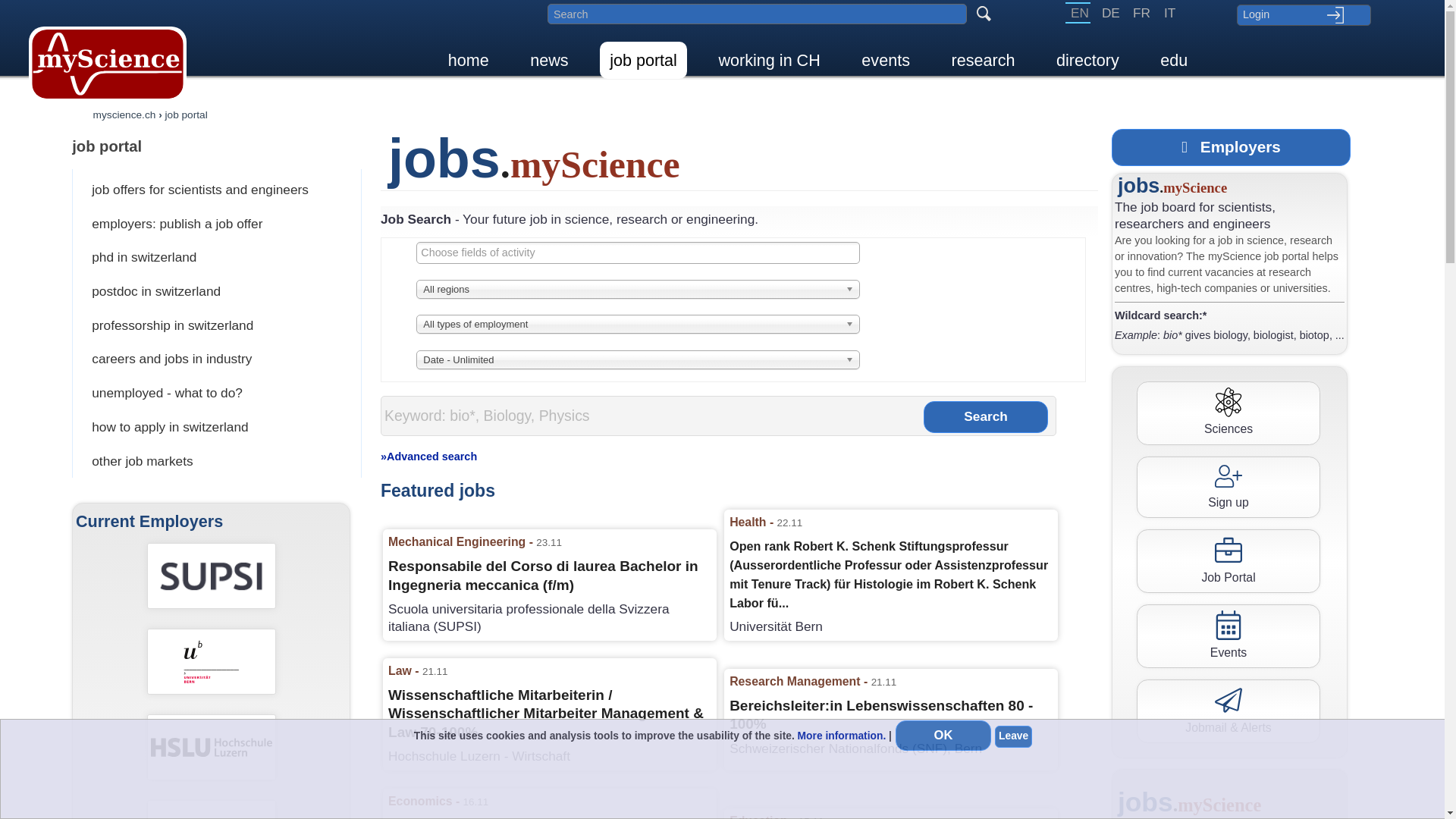  I want to click on 'Job Portal', so click(1228, 561).